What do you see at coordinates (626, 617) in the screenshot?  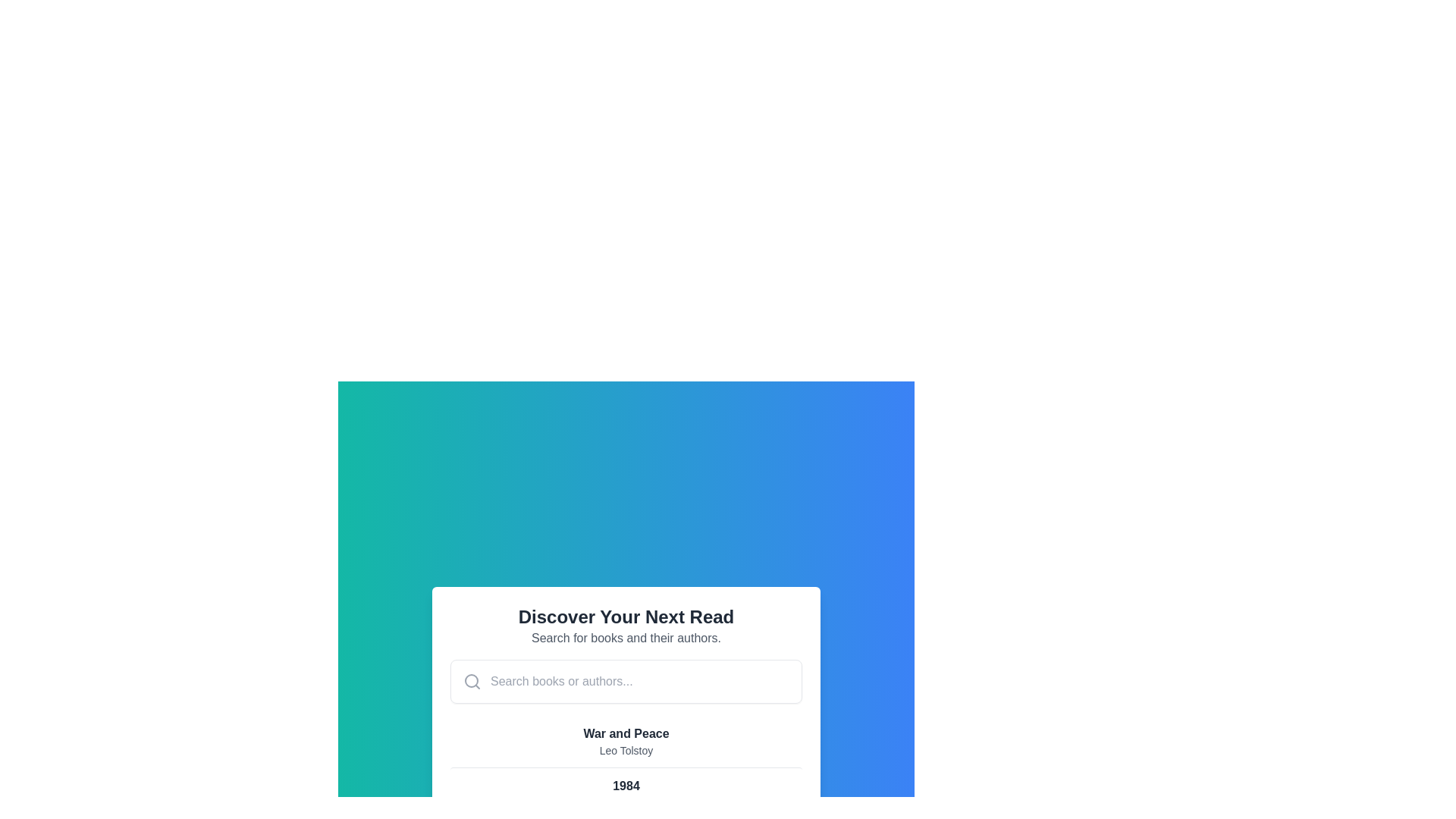 I see `the header text element that introduces the purpose of the interface, which is likely book-related, located at the center of the top of the white panel` at bounding box center [626, 617].